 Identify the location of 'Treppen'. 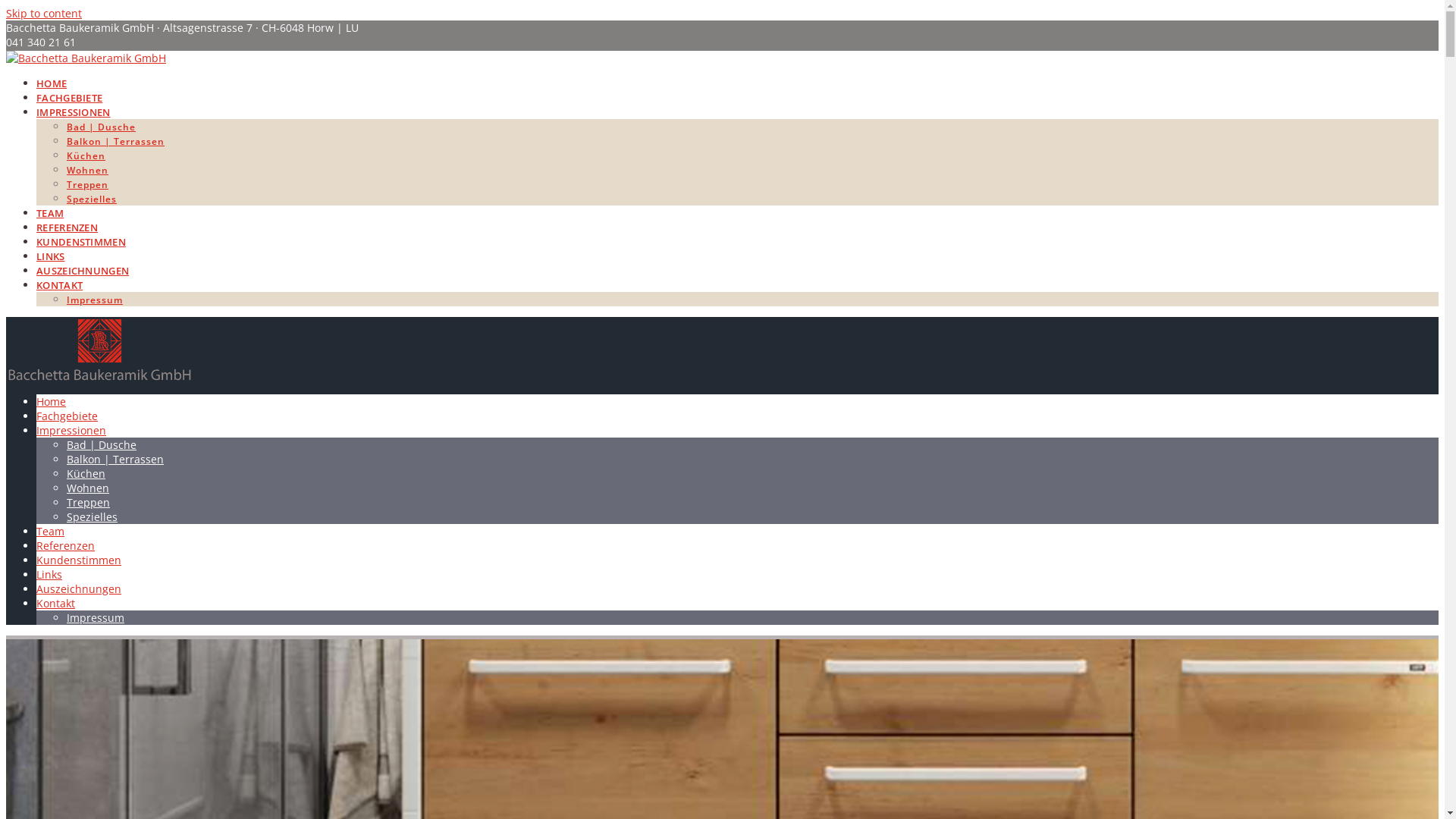
(86, 184).